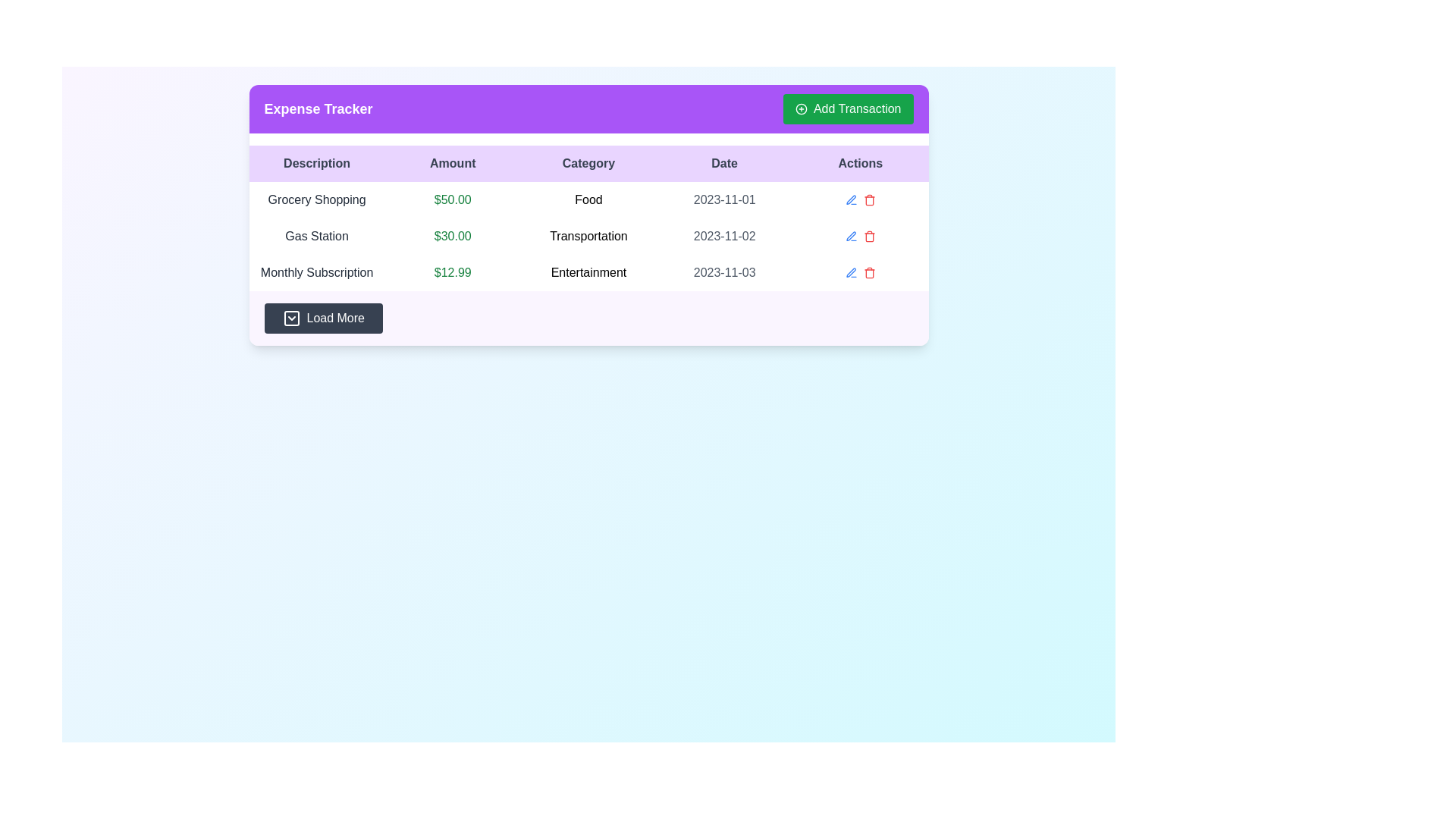  I want to click on the icon indicating the action to add a new item or transaction, located on the left side of the 'Add Transaction' button in the header section, so click(800, 108).